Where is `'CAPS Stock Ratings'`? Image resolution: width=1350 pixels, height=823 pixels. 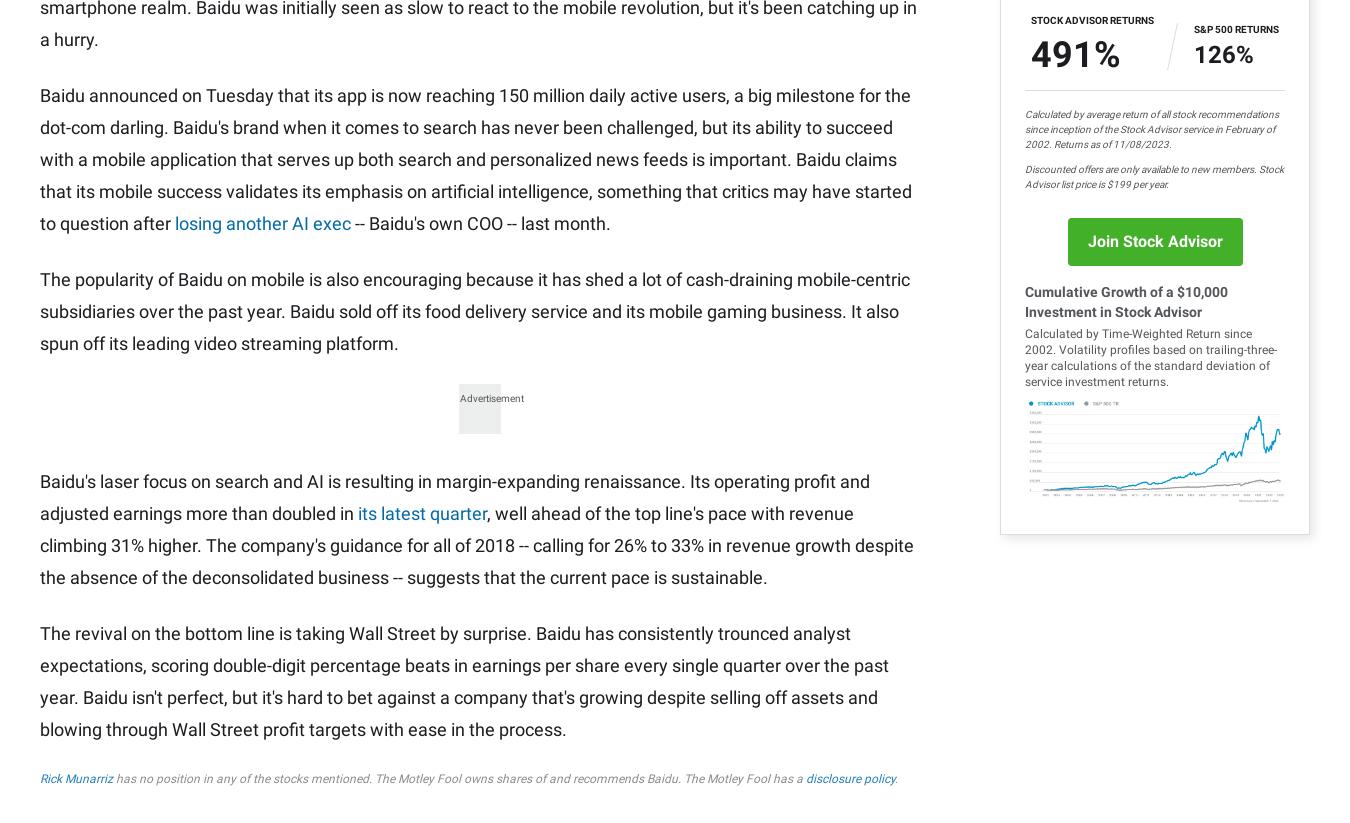 'CAPS Stock Ratings' is located at coordinates (1010, 123).